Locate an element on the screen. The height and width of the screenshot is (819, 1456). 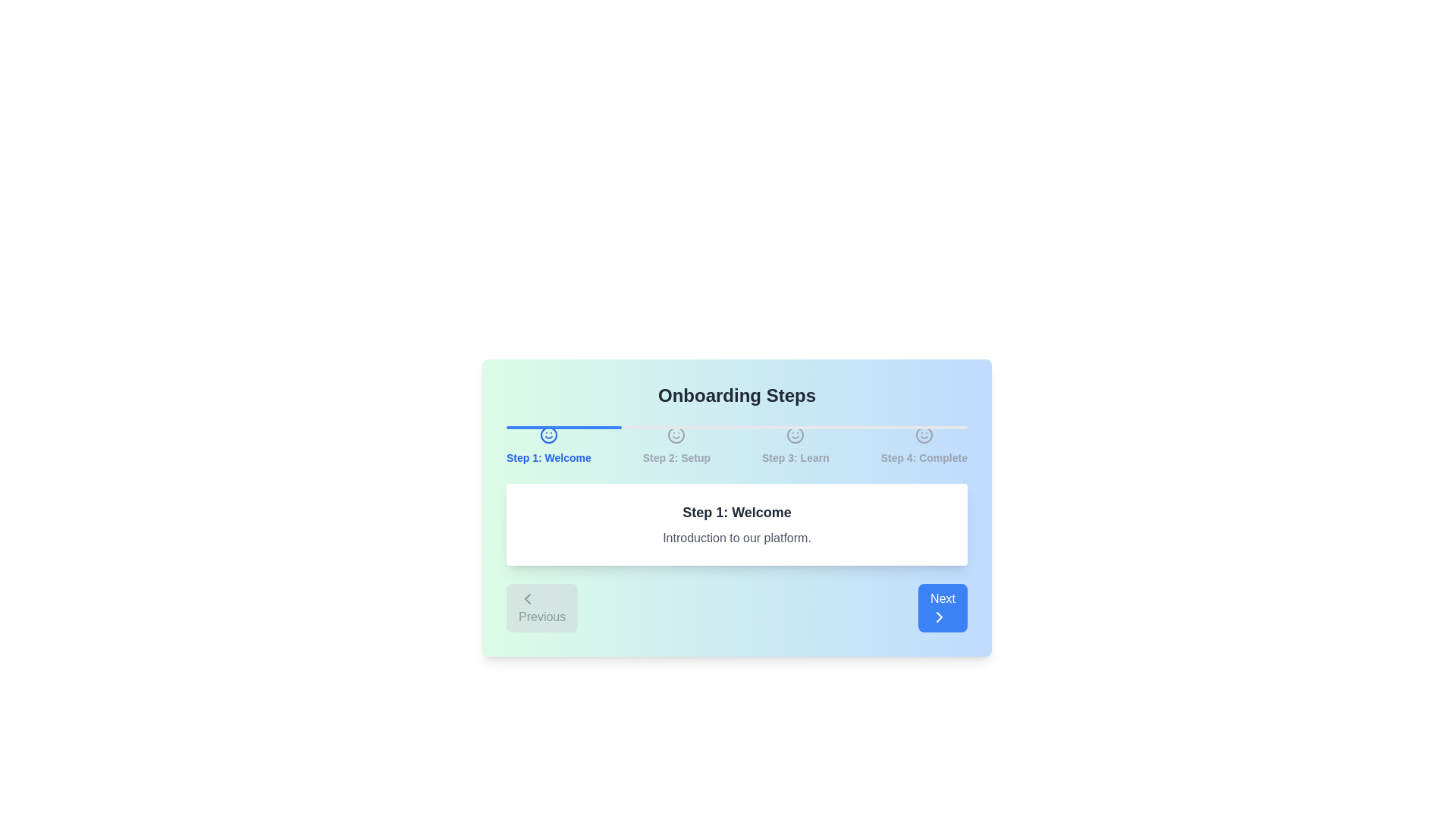
the 'Step 2: Setup' icon, which is the second icon in the onboarding steps interface, to visually indicate the current phase of the onboarding process is located at coordinates (676, 435).